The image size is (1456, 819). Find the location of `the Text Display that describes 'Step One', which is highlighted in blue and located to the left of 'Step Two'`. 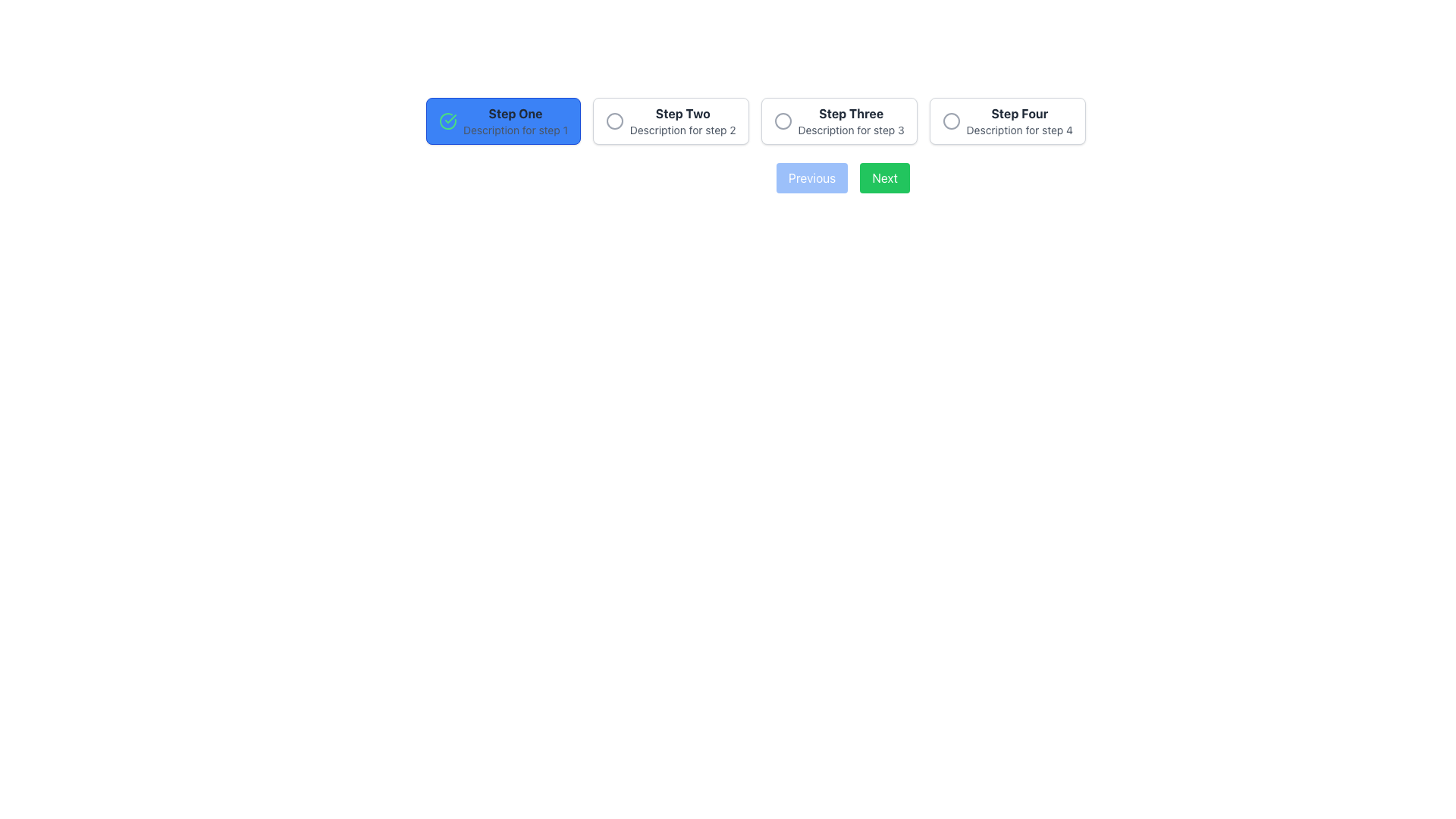

the Text Display that describes 'Step One', which is highlighted in blue and located to the left of 'Step Two' is located at coordinates (515, 120).